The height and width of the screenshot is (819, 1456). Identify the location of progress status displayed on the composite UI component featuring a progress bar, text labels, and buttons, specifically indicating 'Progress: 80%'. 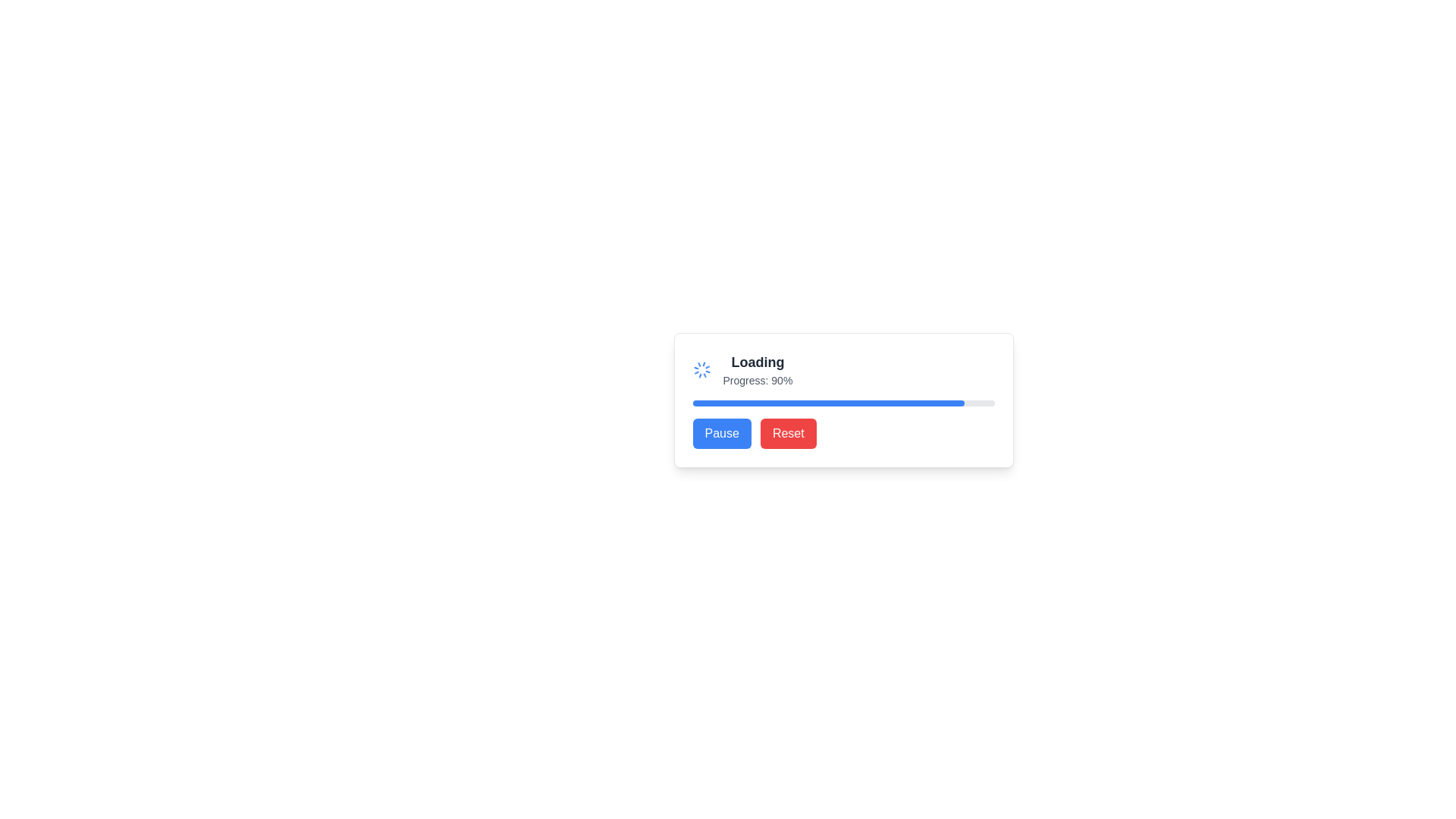
(843, 400).